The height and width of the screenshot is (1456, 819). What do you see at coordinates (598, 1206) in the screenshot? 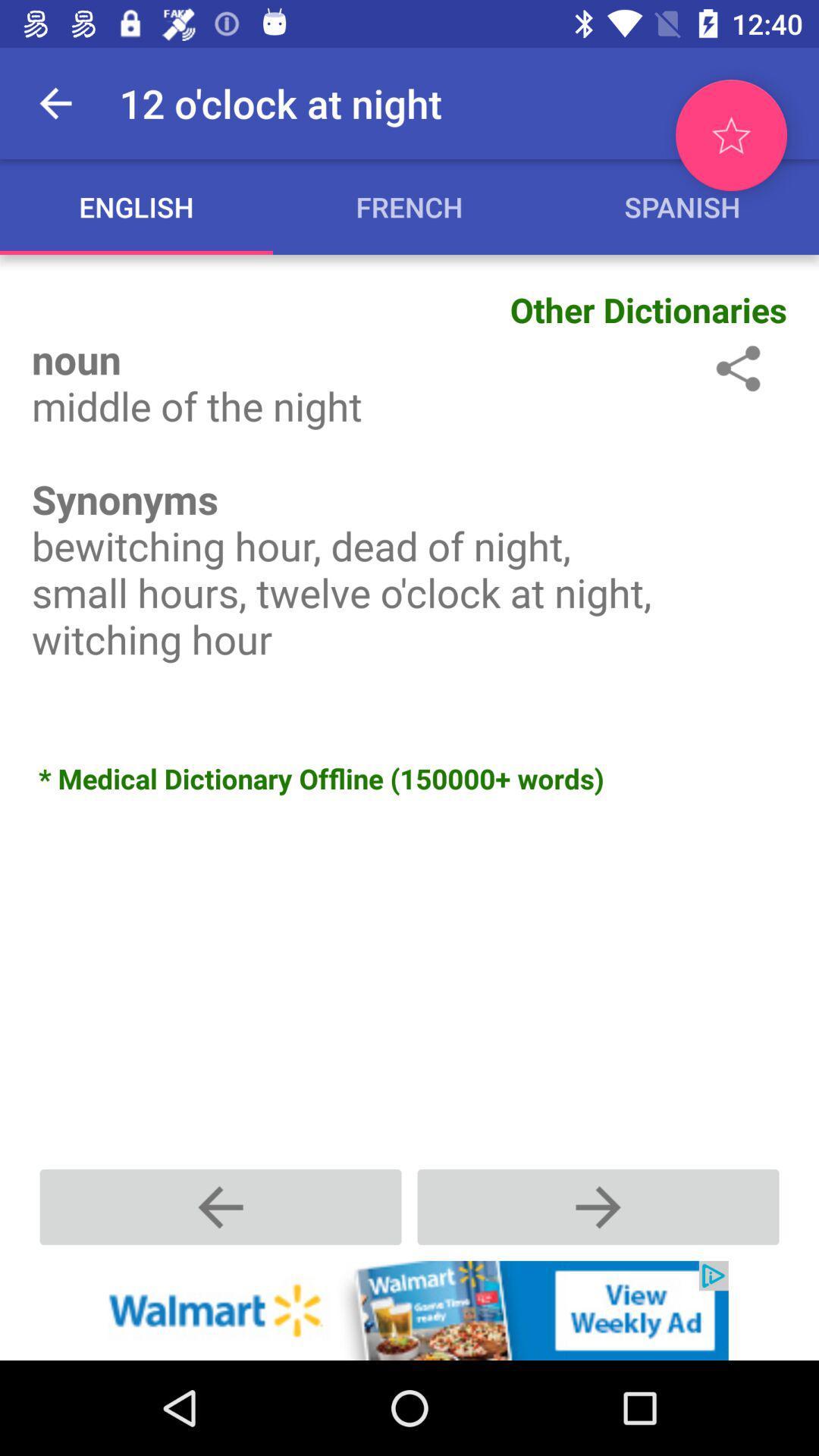
I see `next option` at bounding box center [598, 1206].